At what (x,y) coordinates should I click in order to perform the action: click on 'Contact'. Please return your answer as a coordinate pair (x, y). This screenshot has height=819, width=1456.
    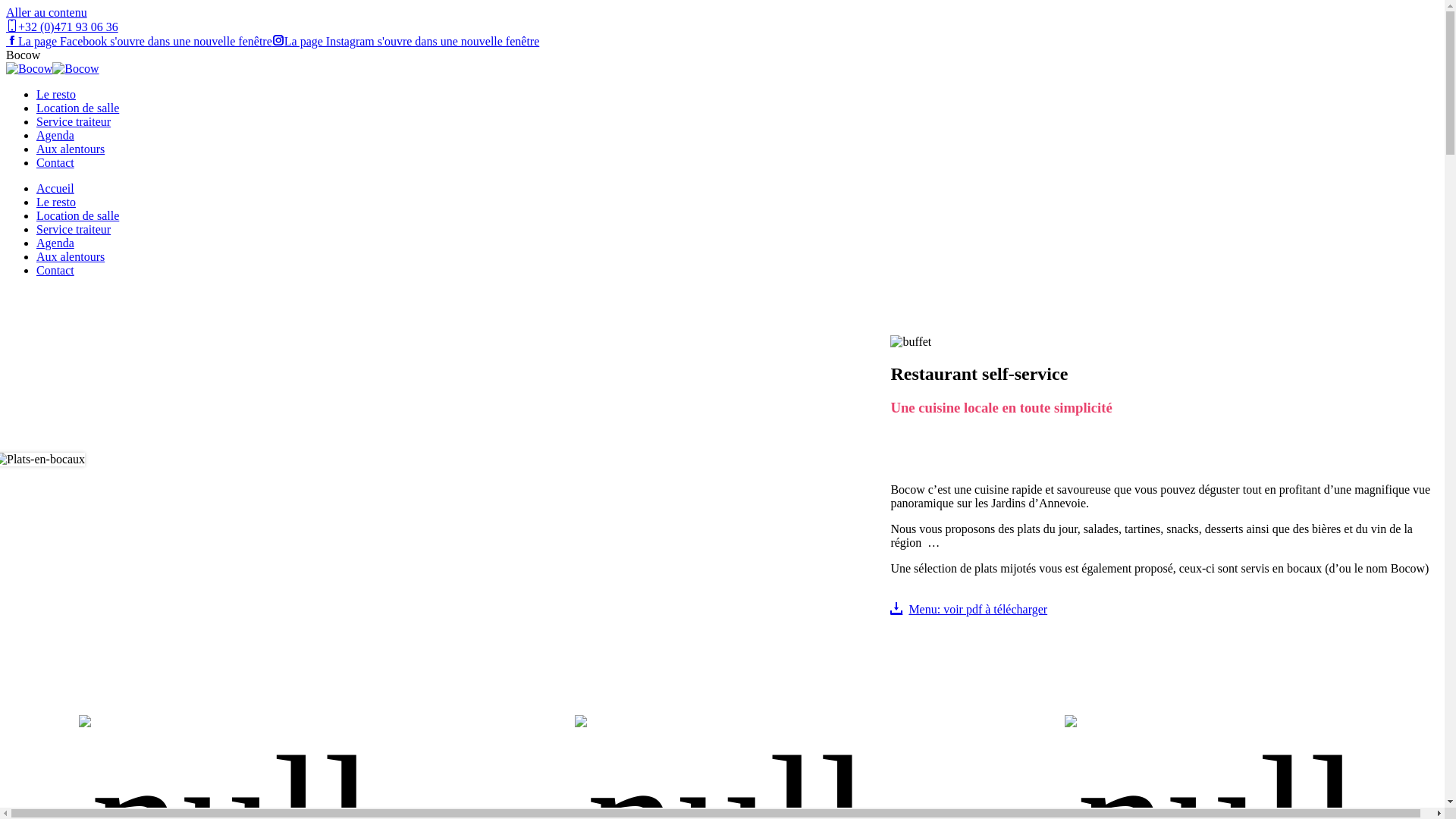
    Looking at the image, I should click on (55, 162).